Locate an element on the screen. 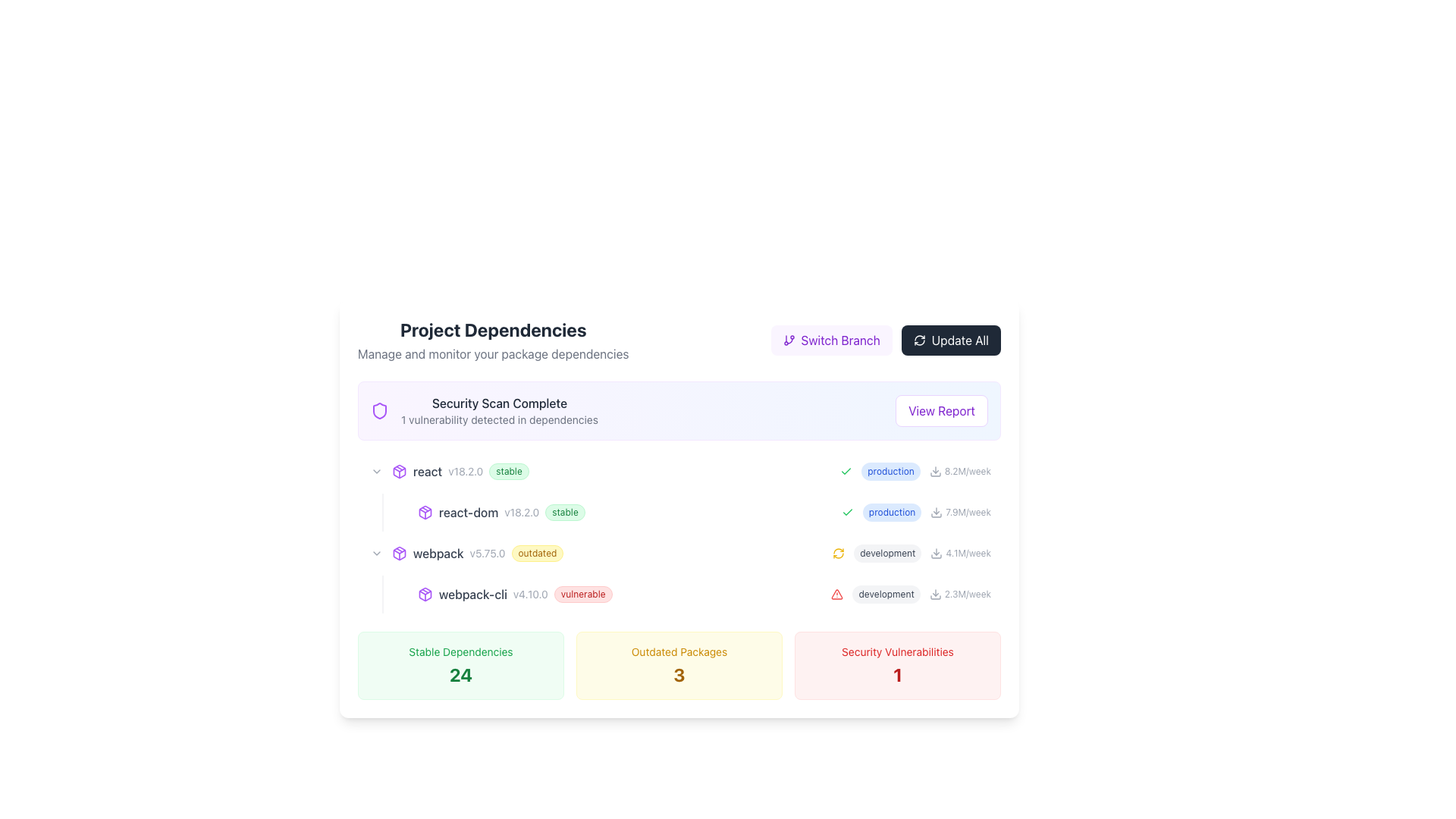 This screenshot has width=1456, height=819. the refresh circular arrow icon, which is styled in white and located to the left of the 'Update All' button in the upper right corner of the interface is located at coordinates (918, 339).